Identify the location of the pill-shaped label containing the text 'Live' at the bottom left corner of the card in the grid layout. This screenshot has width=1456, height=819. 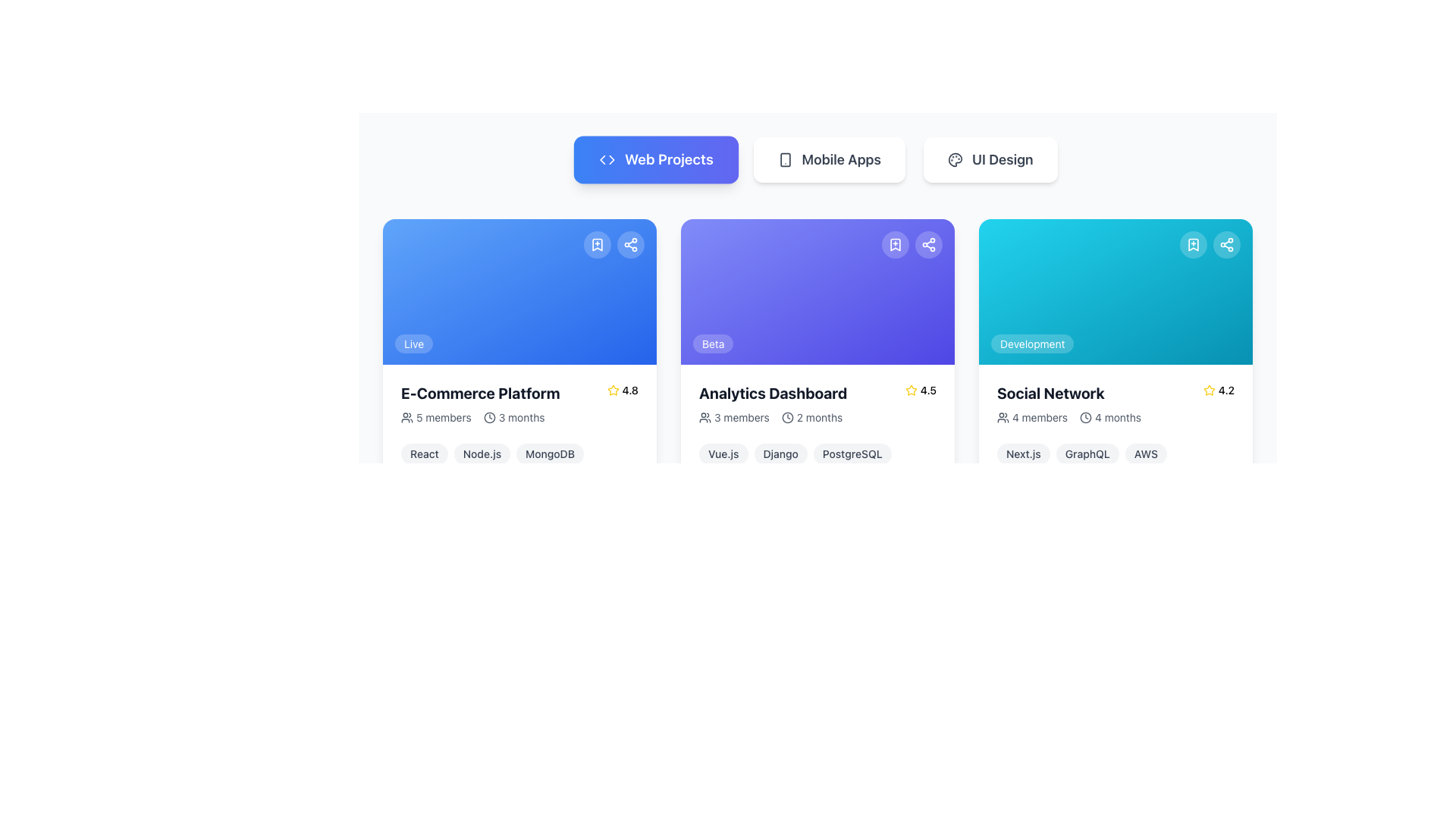
(414, 343).